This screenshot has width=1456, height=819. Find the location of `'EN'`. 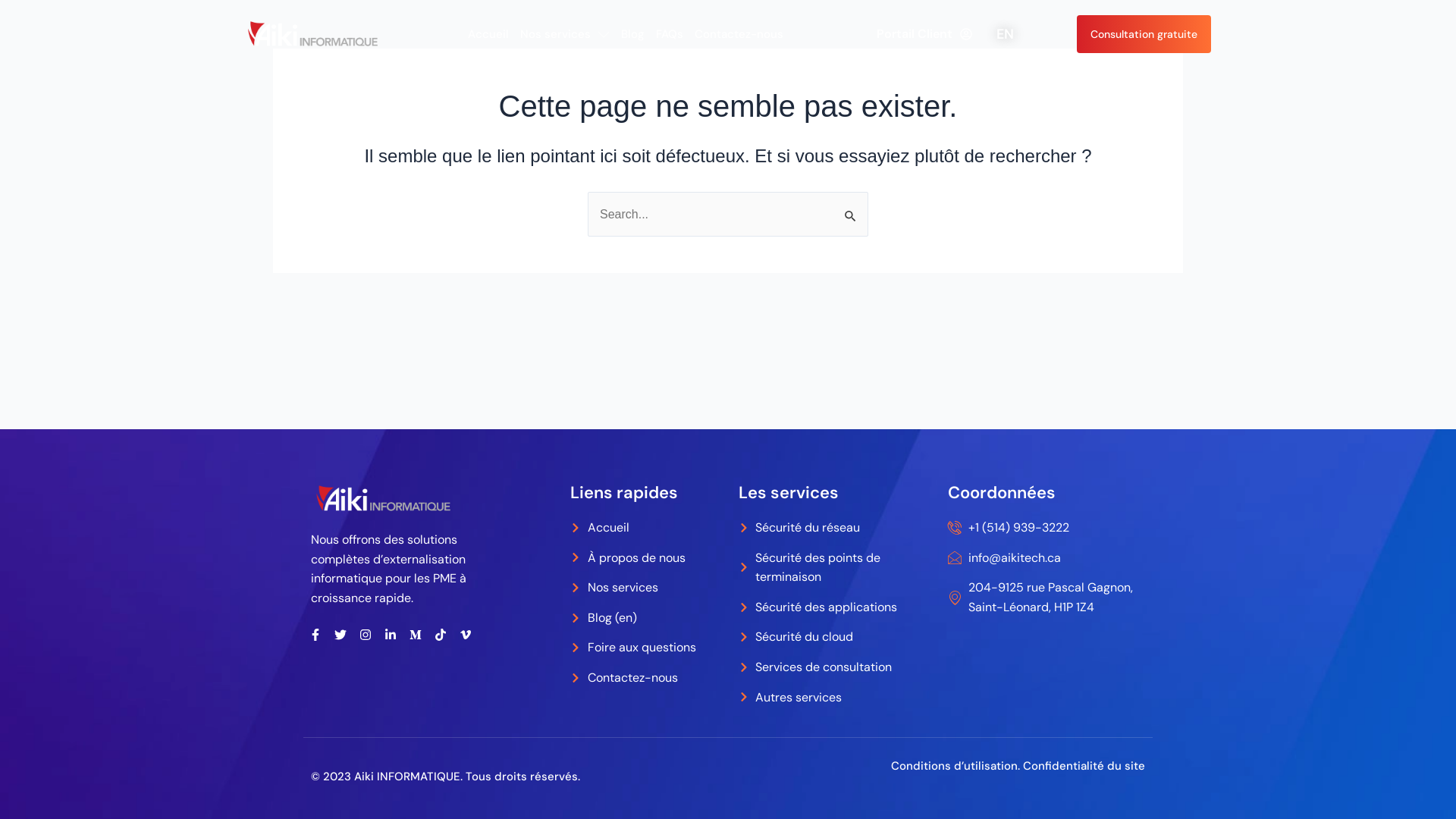

'EN' is located at coordinates (1005, 34).